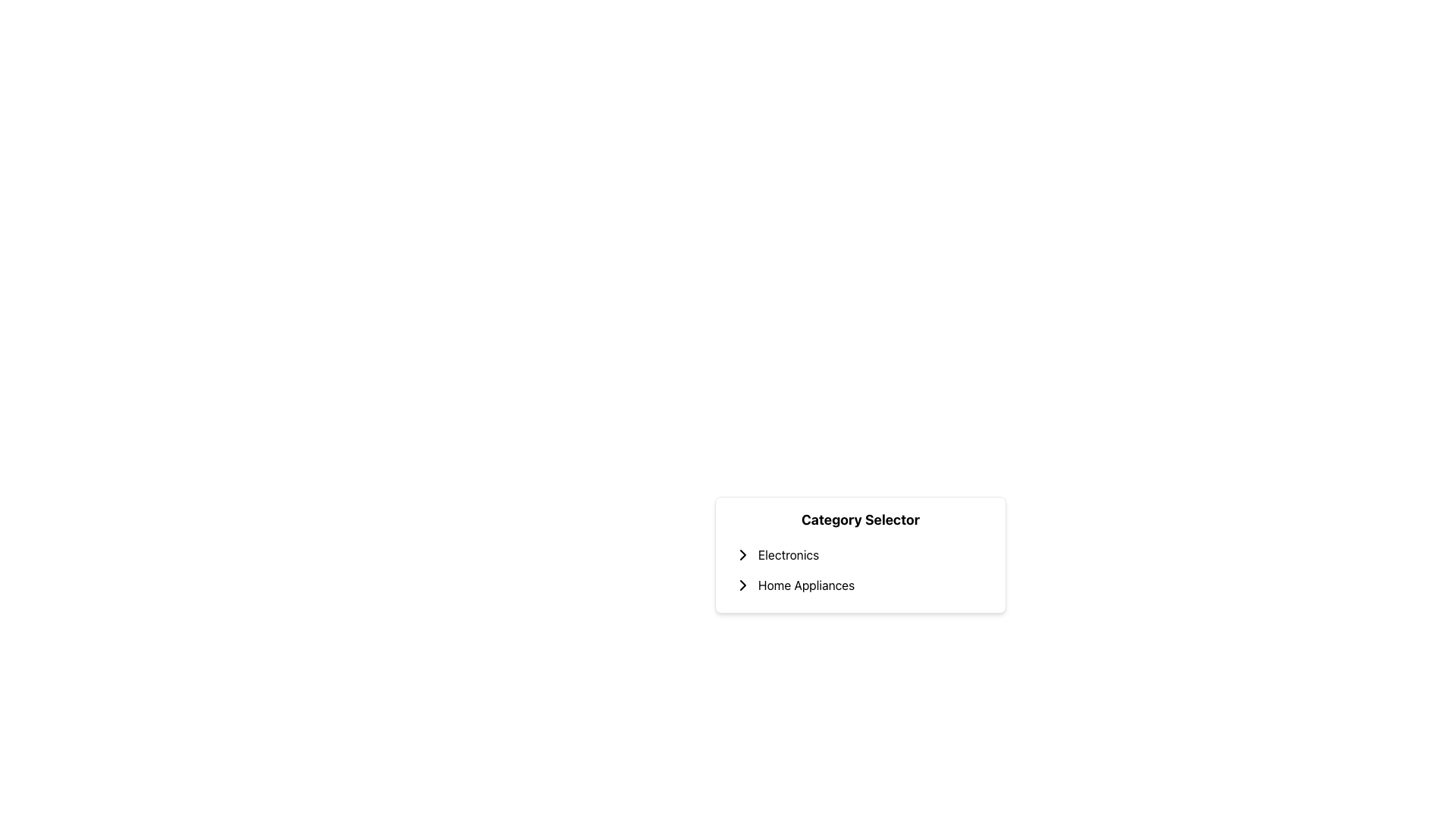  What do you see at coordinates (789, 555) in the screenshot?
I see `the 'Electronics' text label` at bounding box center [789, 555].